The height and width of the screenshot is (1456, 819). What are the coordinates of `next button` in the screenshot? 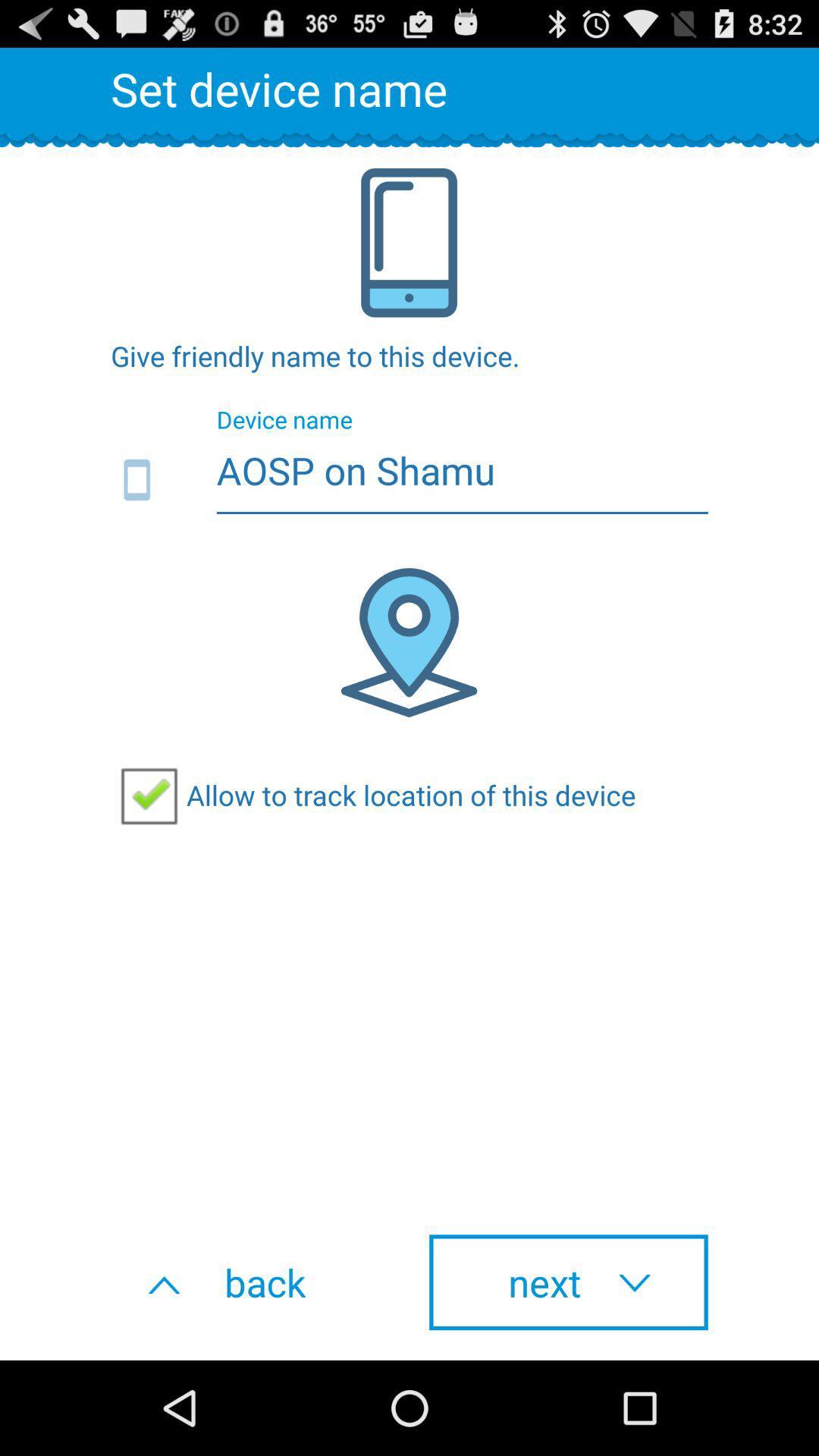 It's located at (568, 1282).